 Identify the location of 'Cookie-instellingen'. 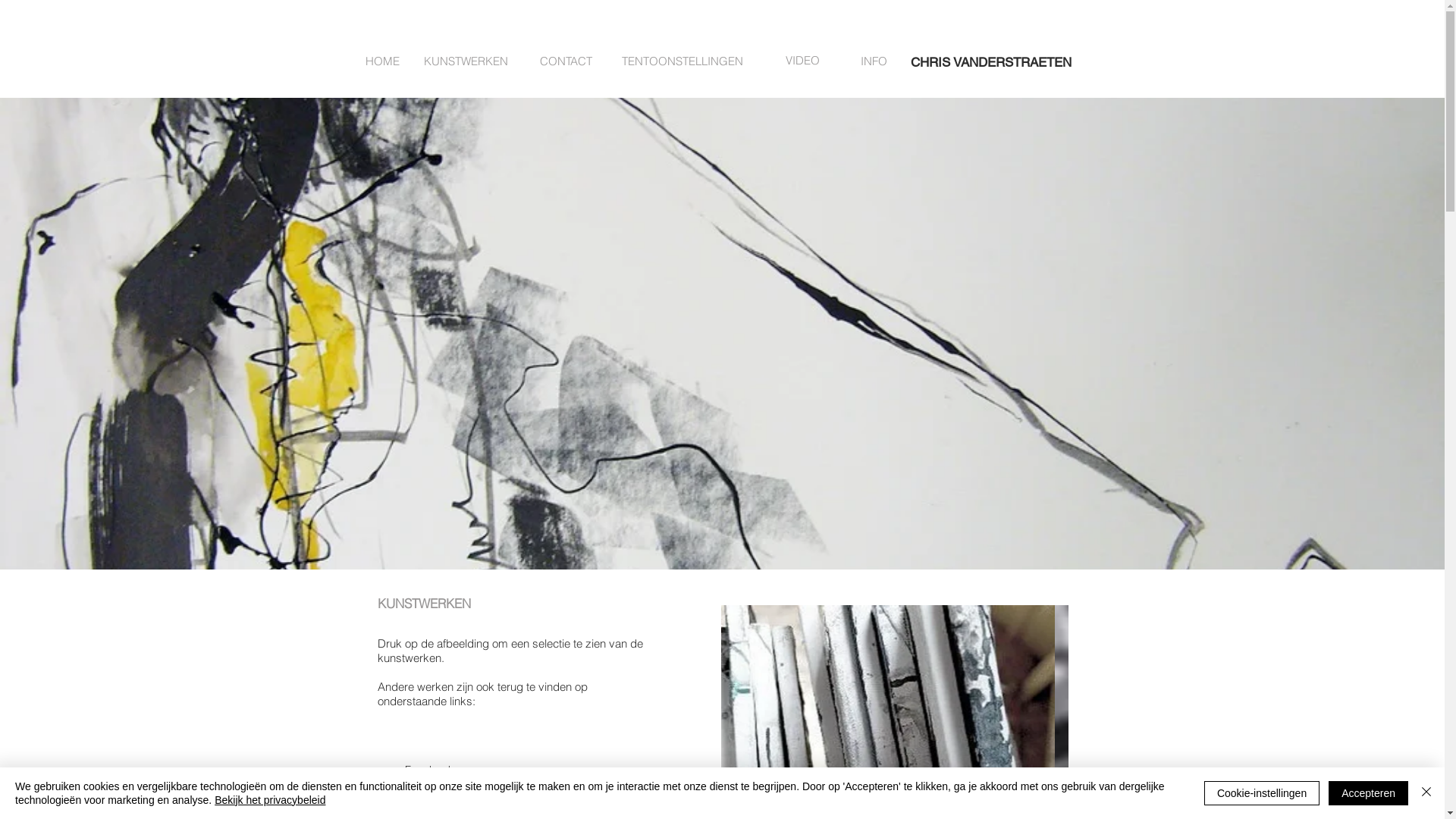
(1262, 792).